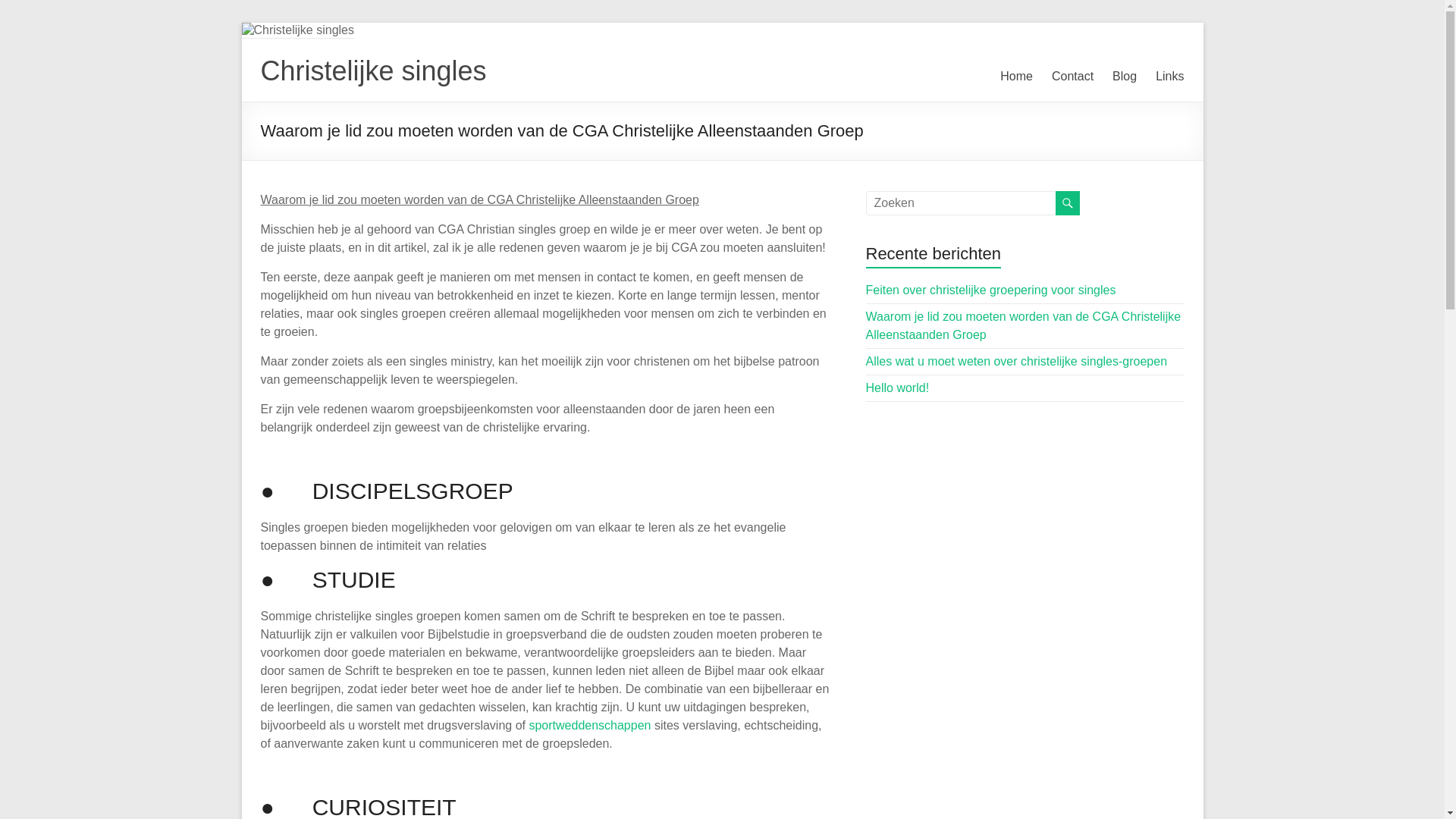  Describe the element at coordinates (1154, 76) in the screenshot. I see `'Links'` at that location.